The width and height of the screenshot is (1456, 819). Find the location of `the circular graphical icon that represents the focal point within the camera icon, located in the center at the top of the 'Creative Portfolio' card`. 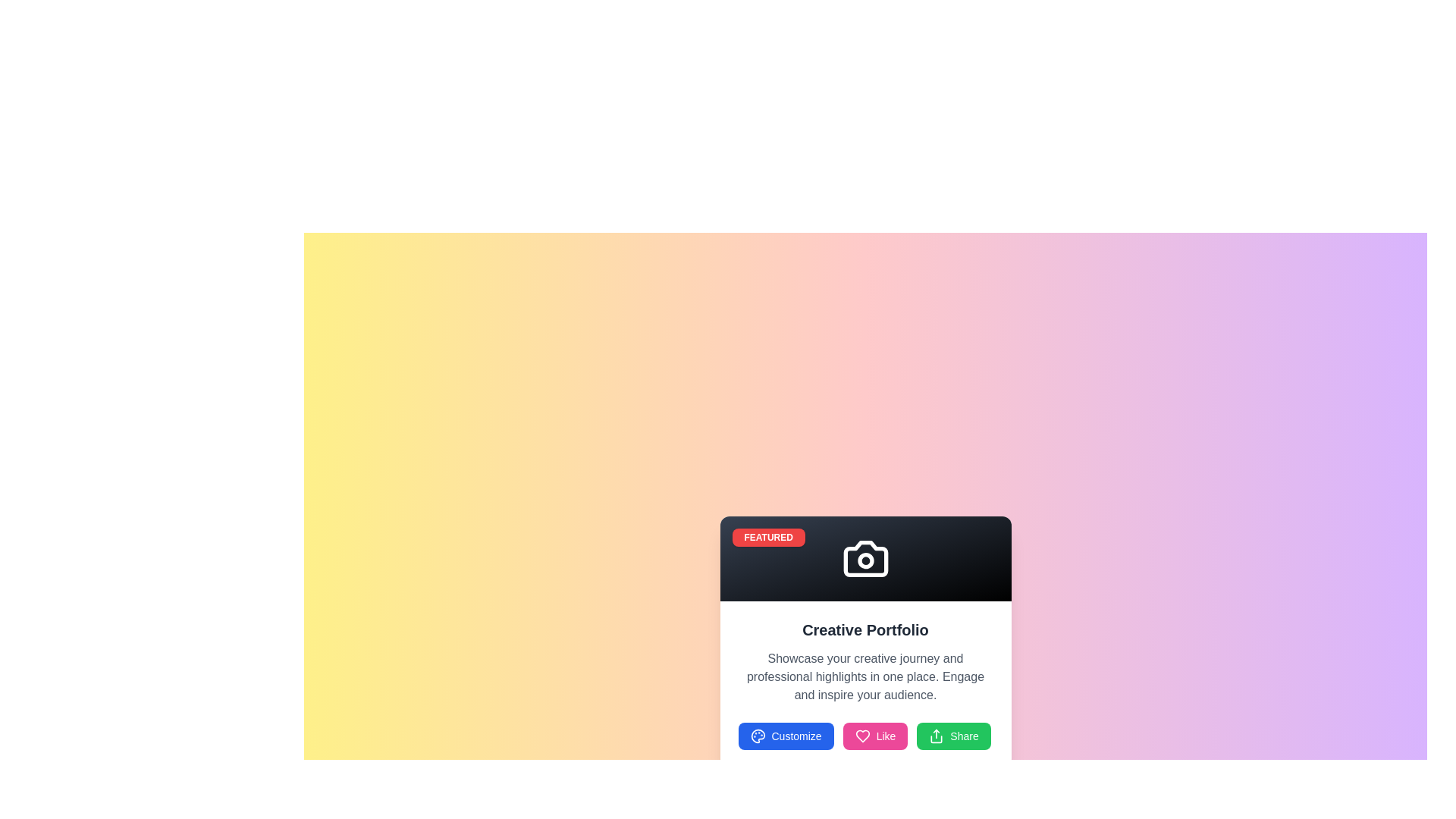

the circular graphical icon that represents the focal point within the camera icon, located in the center at the top of the 'Creative Portfolio' card is located at coordinates (865, 560).